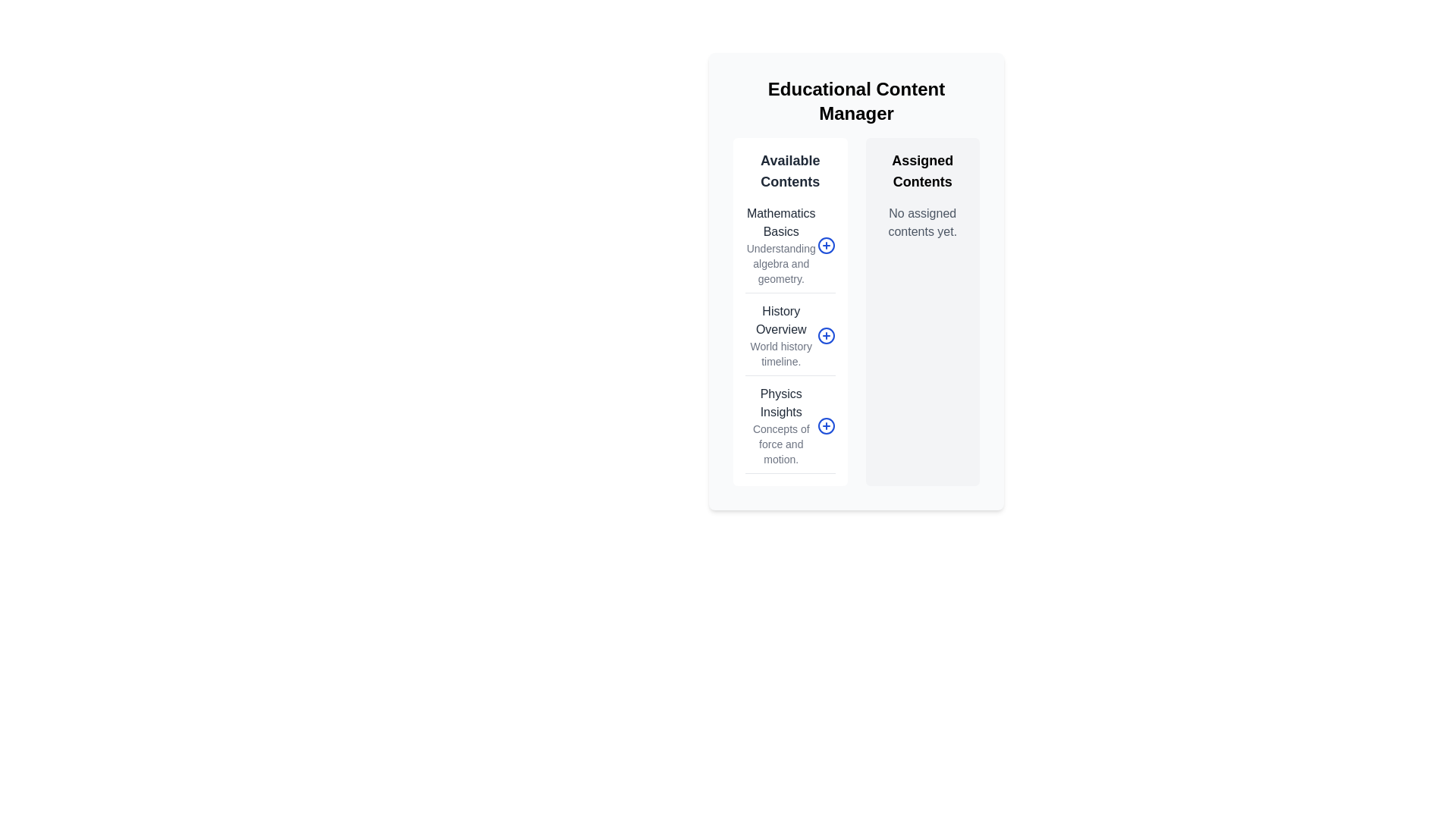 This screenshot has width=1456, height=819. I want to click on the 'Physics Insights' text label, which is the third item in the 'Available Contents' list under the 'Educational Content Manager' heading, so click(781, 426).